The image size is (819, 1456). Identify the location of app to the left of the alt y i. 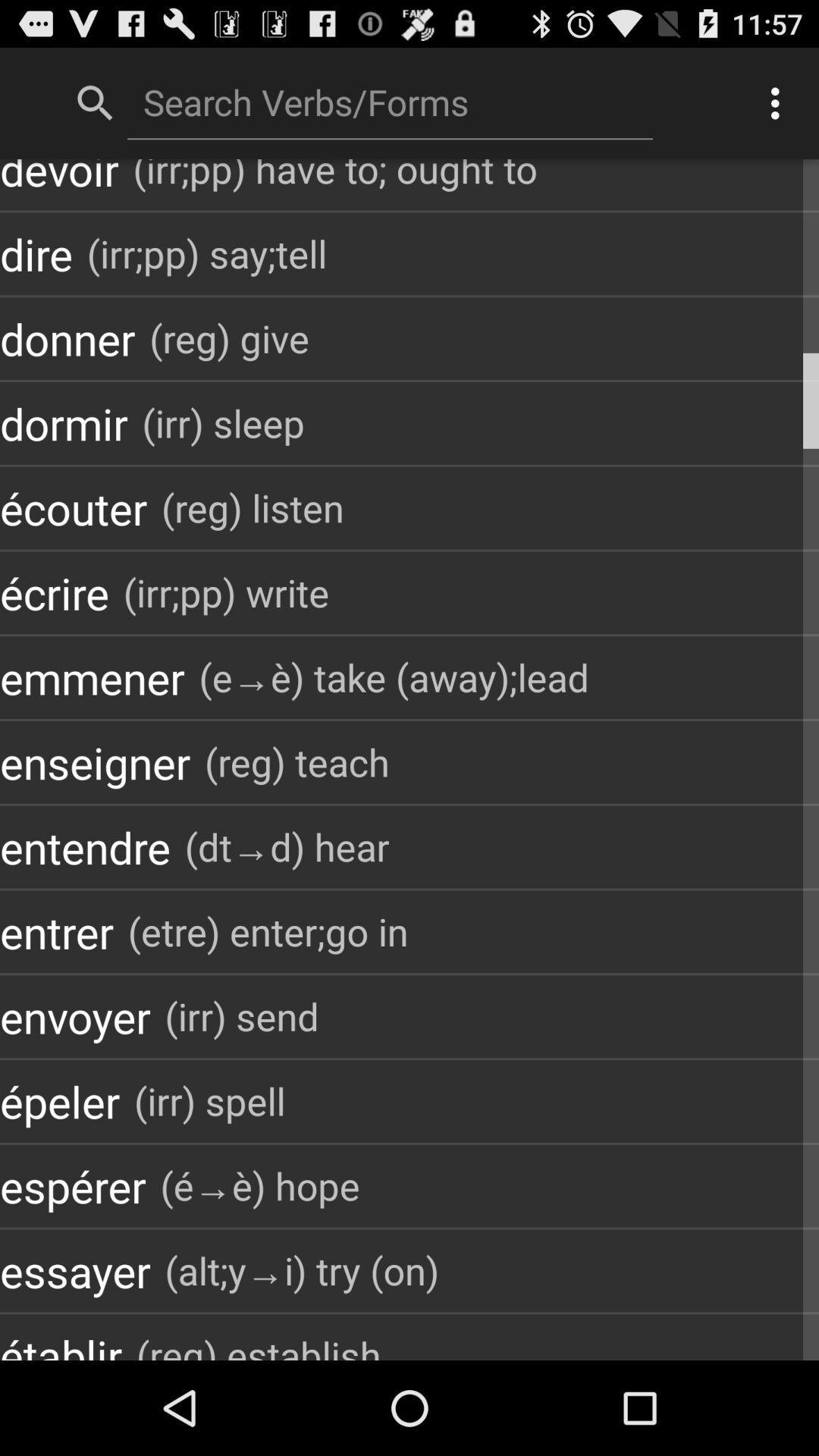
(75, 1270).